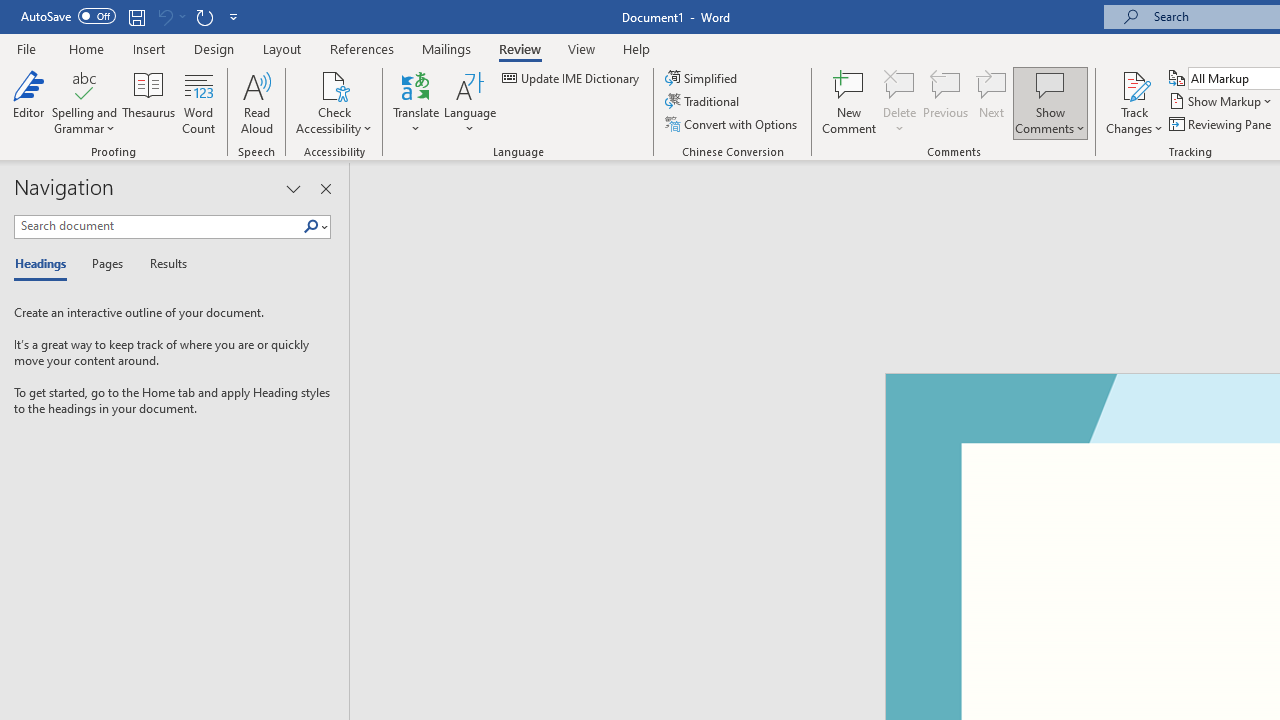  I want to click on 'Read Aloud', so click(255, 103).